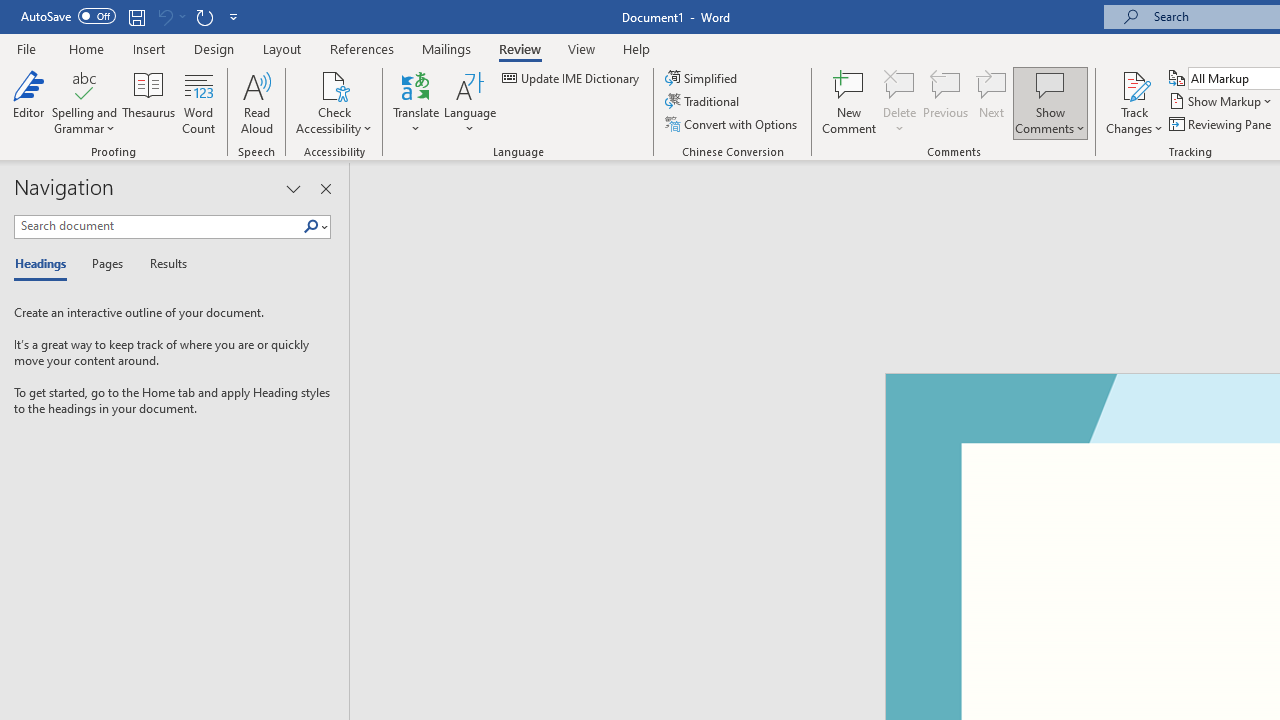  I want to click on 'Read Aloud', so click(255, 103).